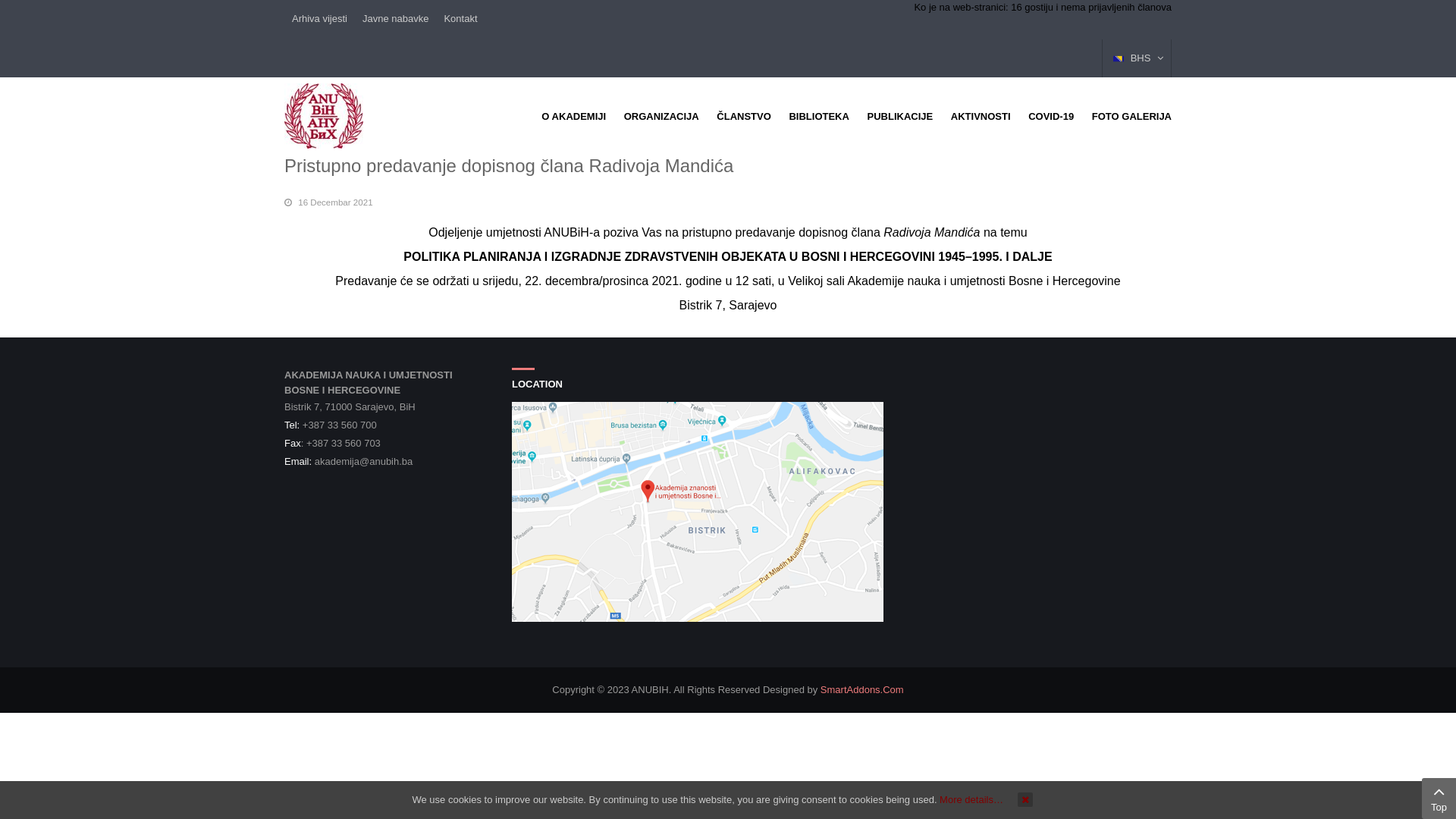  What do you see at coordinates (1131, 116) in the screenshot?
I see `'FOTO GALERIJA'` at bounding box center [1131, 116].